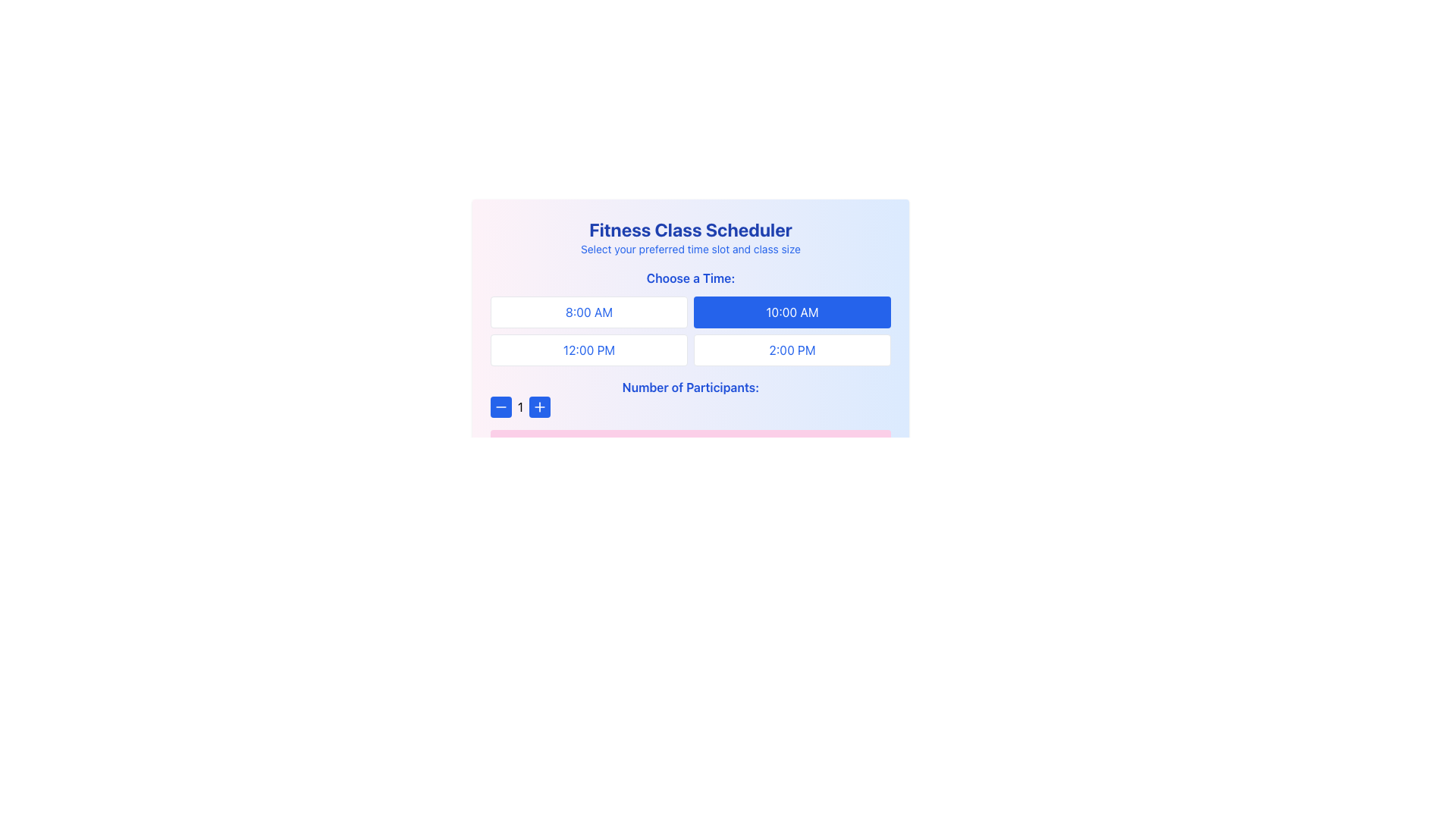 The width and height of the screenshot is (1456, 819). What do you see at coordinates (690, 230) in the screenshot?
I see `the bold, large-sized heading 'Fitness Class Scheduler' which is styled in blue and prominently displayed near the top center of the interface` at bounding box center [690, 230].